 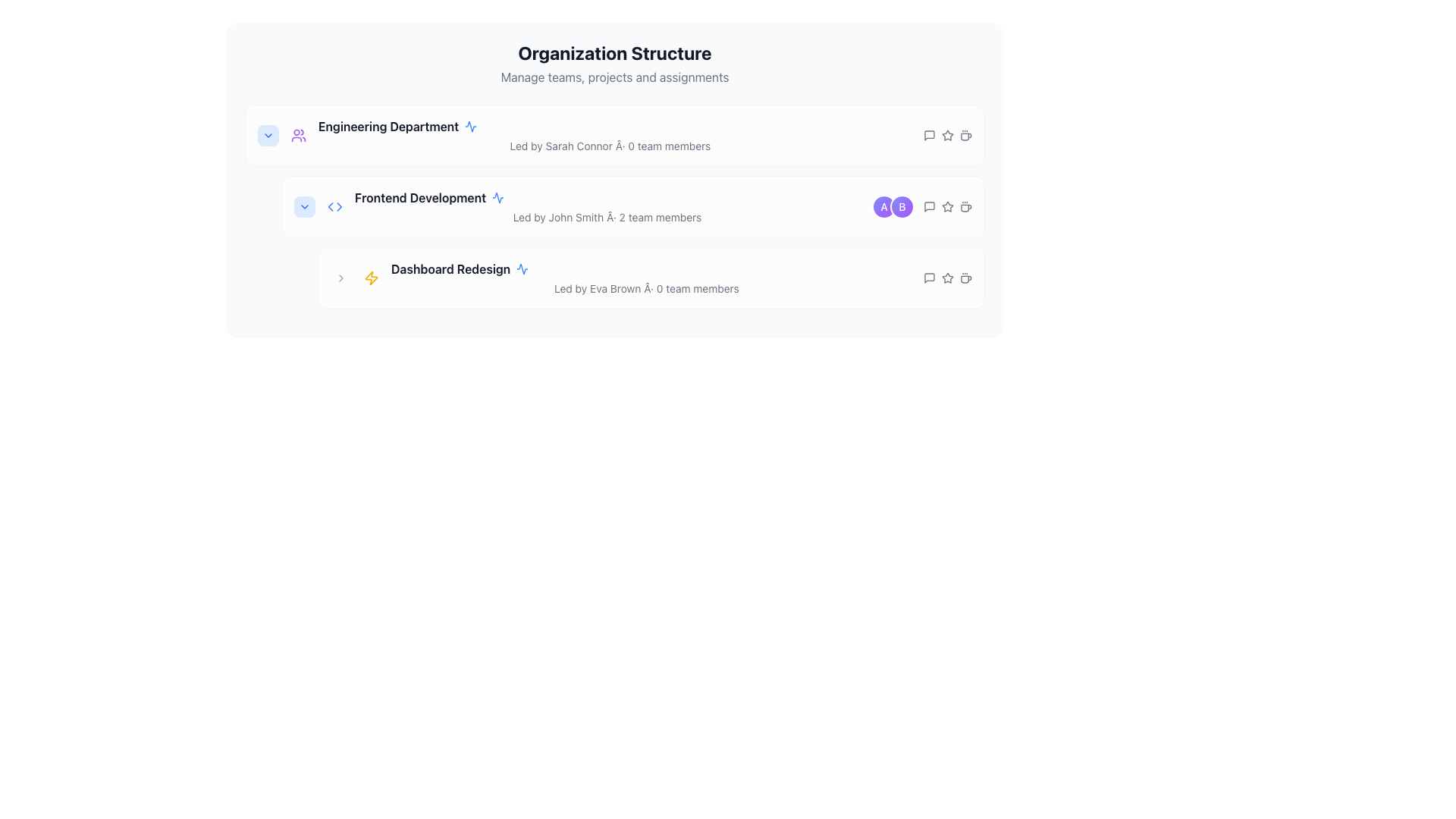 What do you see at coordinates (928, 134) in the screenshot?
I see `the messaging icon located within the 'Engineering Department' group item` at bounding box center [928, 134].